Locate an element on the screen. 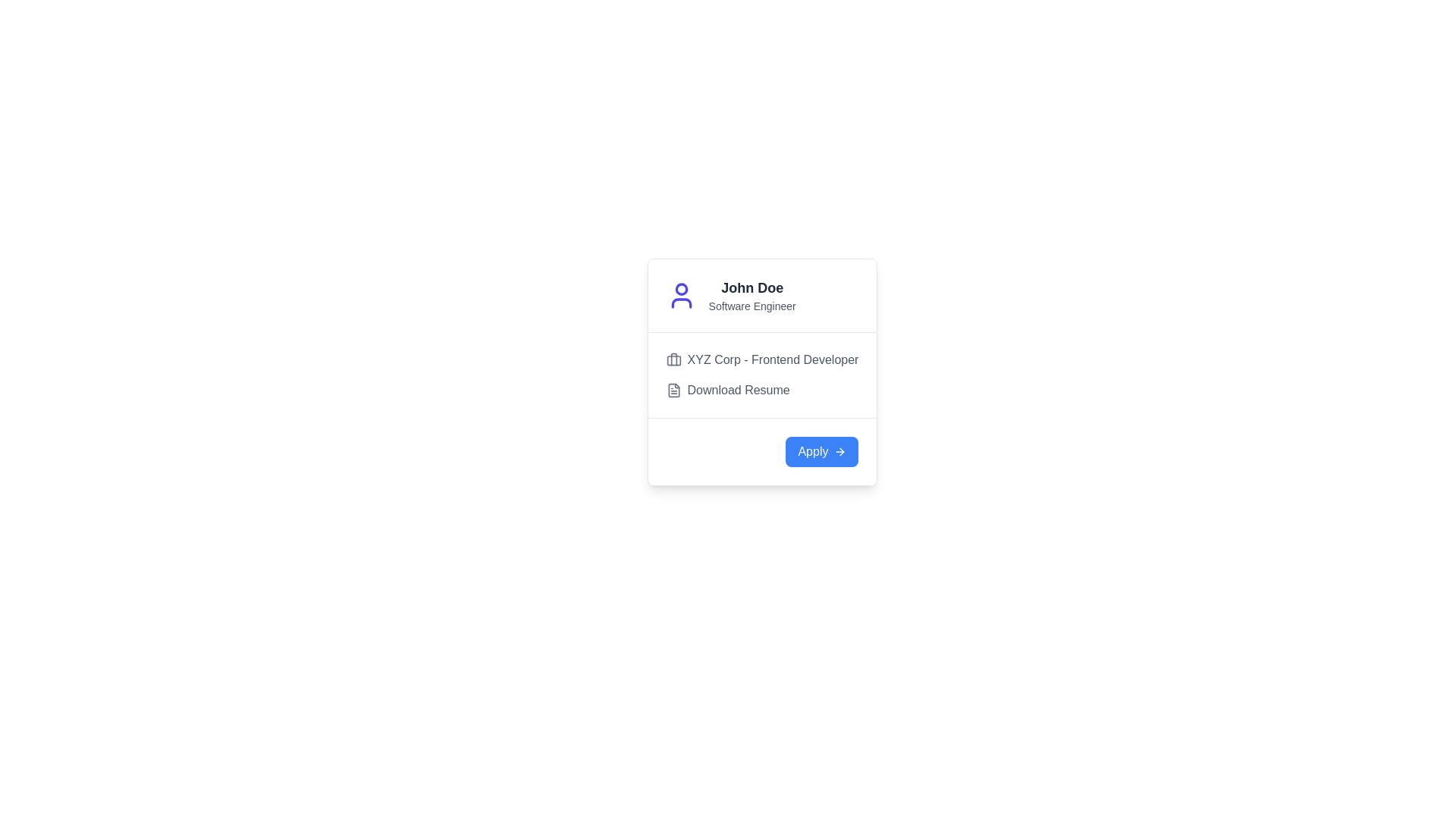 The image size is (1456, 819). the clickable text with an icon located beneath the title 'XYZ Corp - Frontend Developer' to download the resume is located at coordinates (762, 390).